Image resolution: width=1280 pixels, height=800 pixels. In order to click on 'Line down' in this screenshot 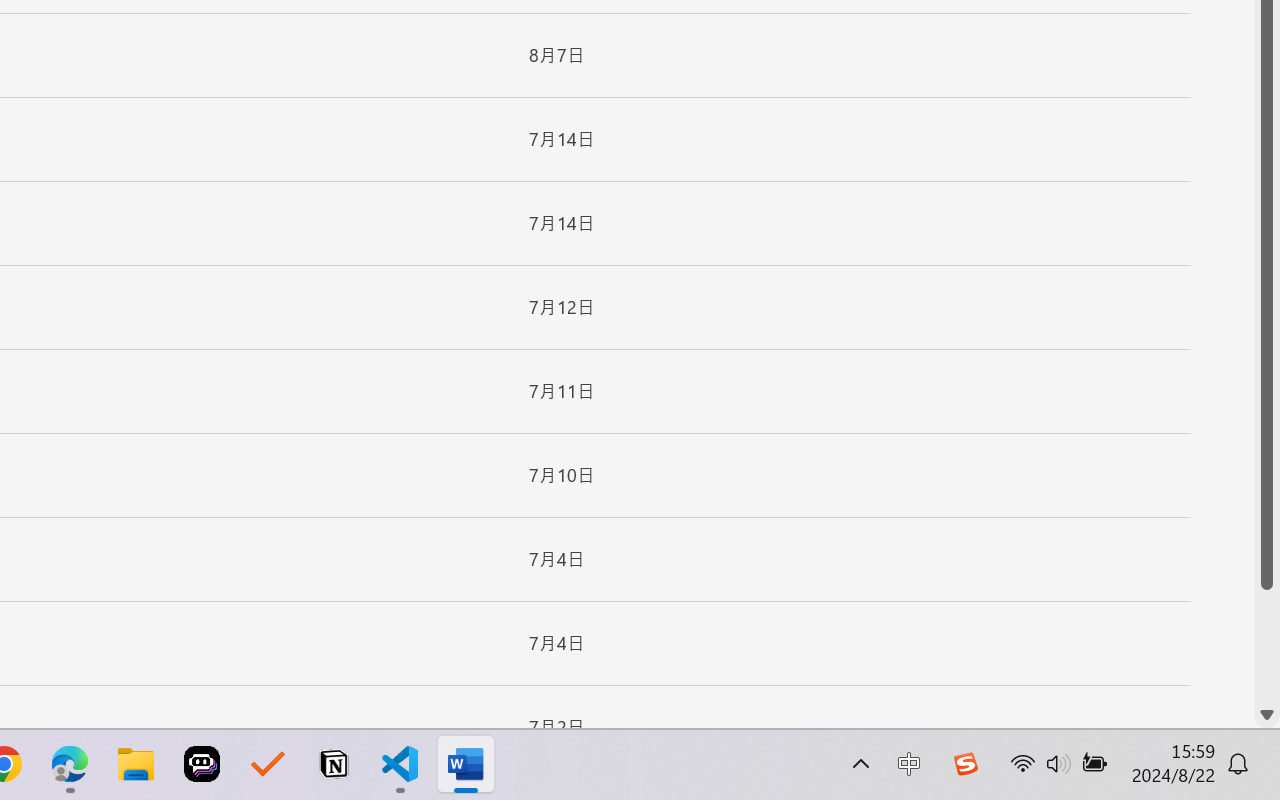, I will do `click(1266, 714)`.